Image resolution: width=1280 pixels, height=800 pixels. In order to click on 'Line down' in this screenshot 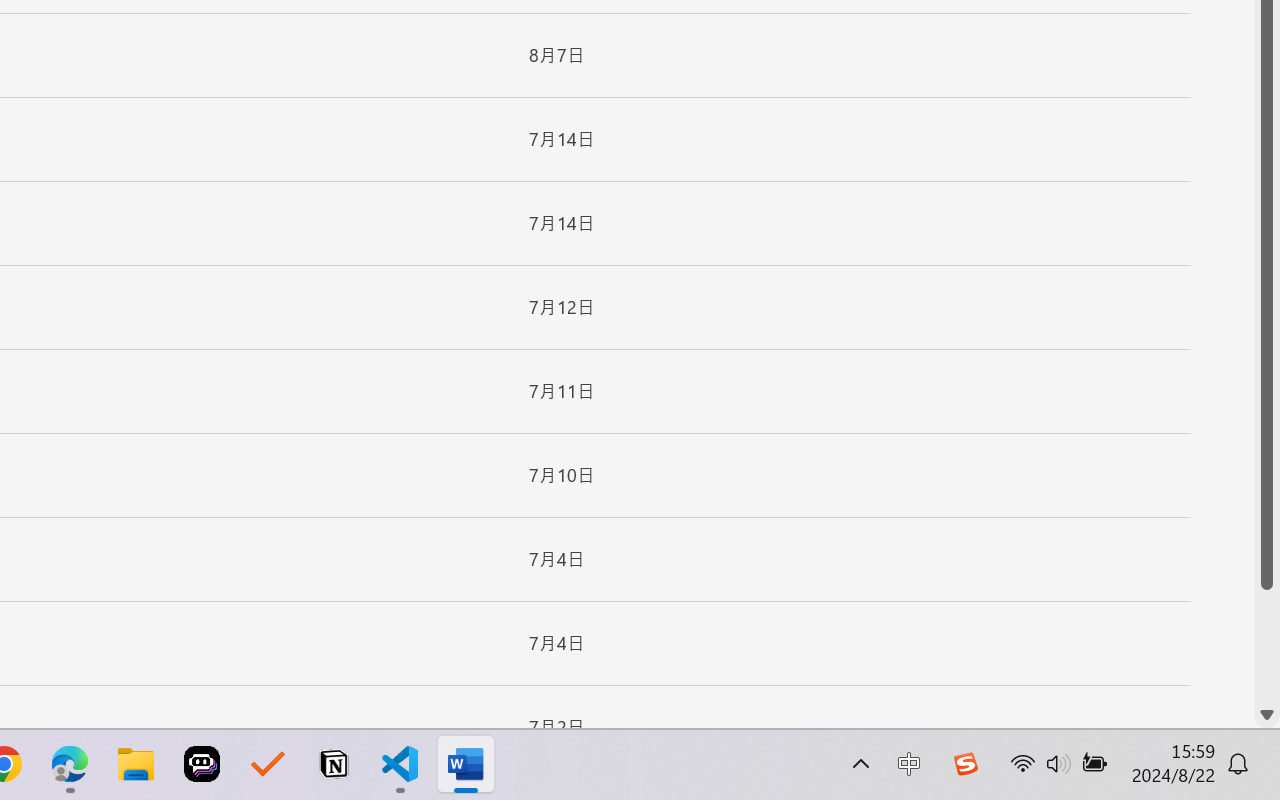, I will do `click(1266, 714)`.